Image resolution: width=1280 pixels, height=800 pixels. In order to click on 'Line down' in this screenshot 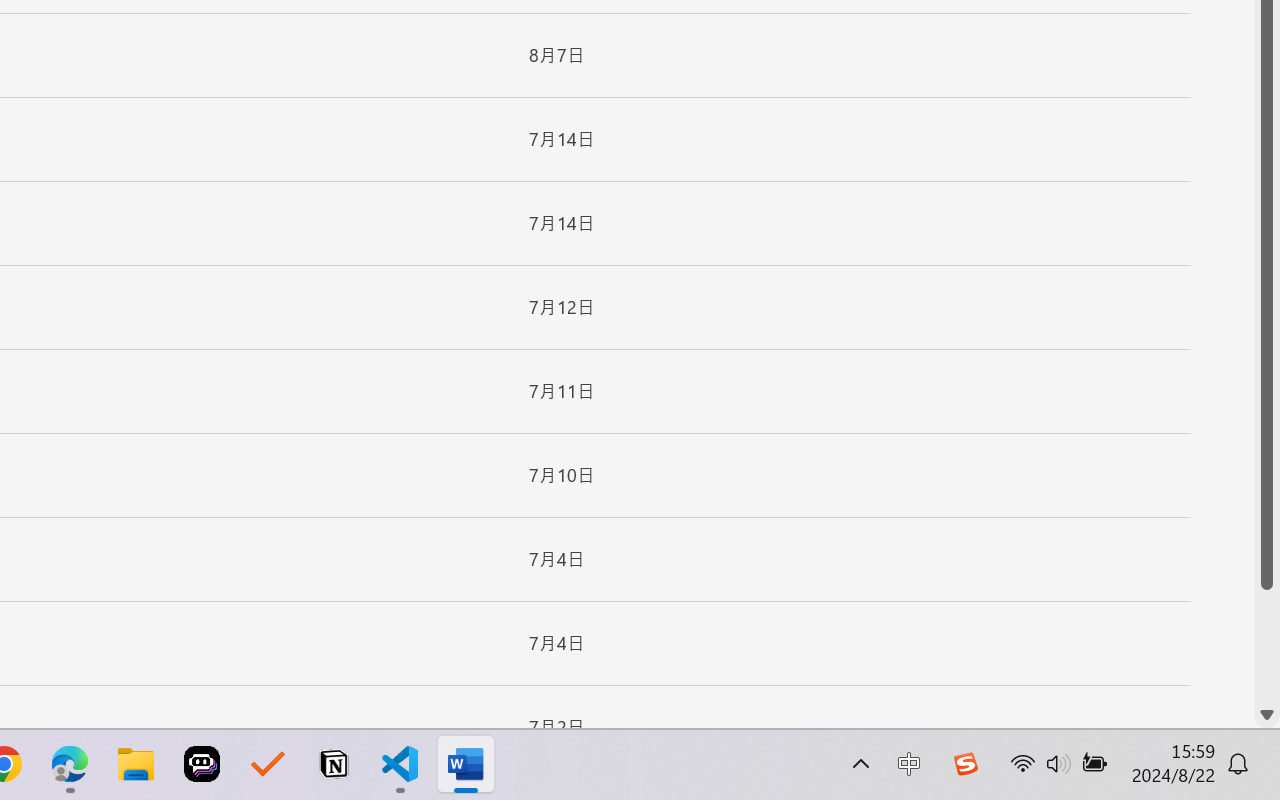, I will do `click(1266, 714)`.